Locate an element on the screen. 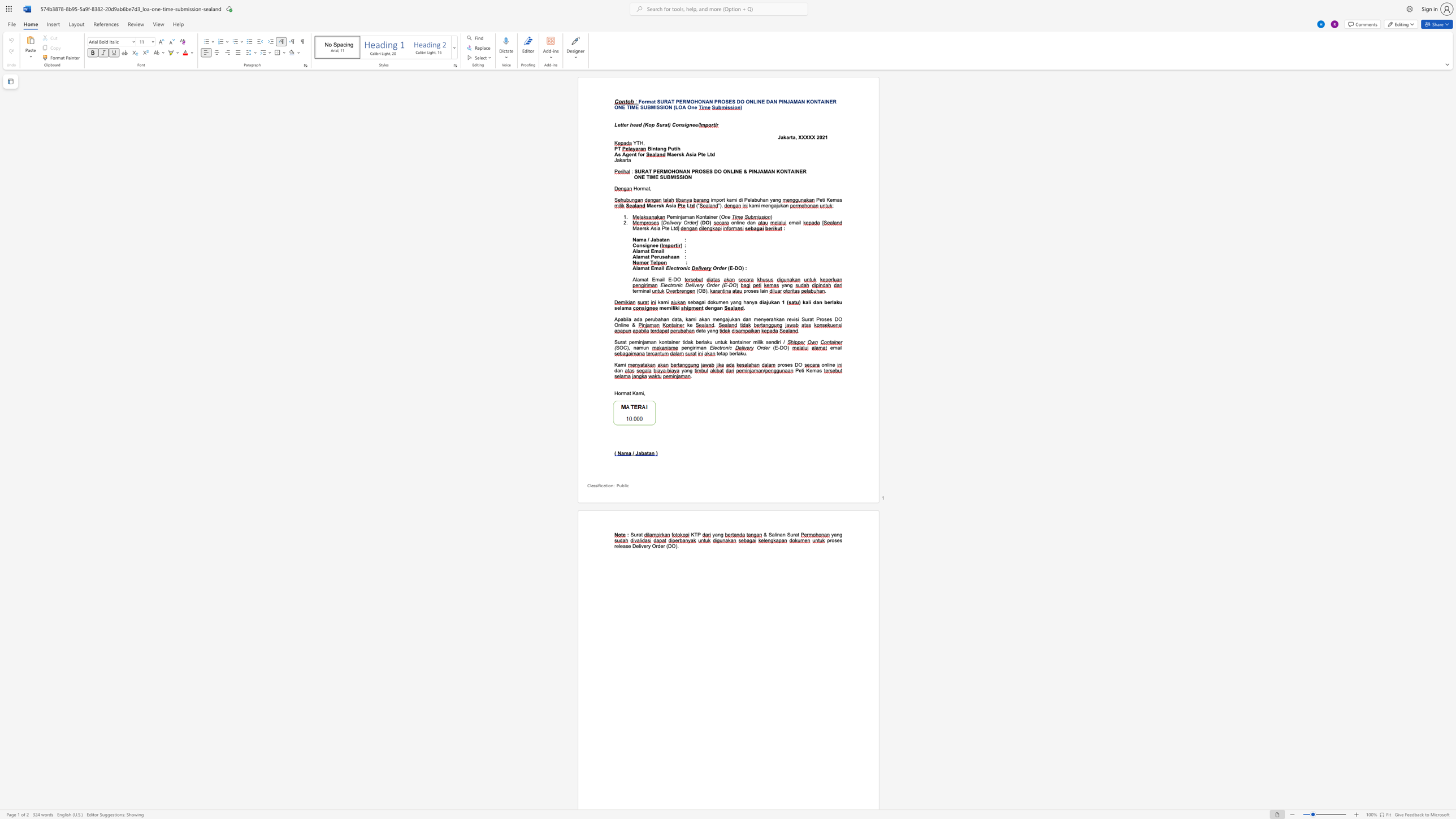 Image resolution: width=1456 pixels, height=819 pixels. the subset text "NE" within the text "ONE TIME SUBMISSION" is located at coordinates (638, 177).